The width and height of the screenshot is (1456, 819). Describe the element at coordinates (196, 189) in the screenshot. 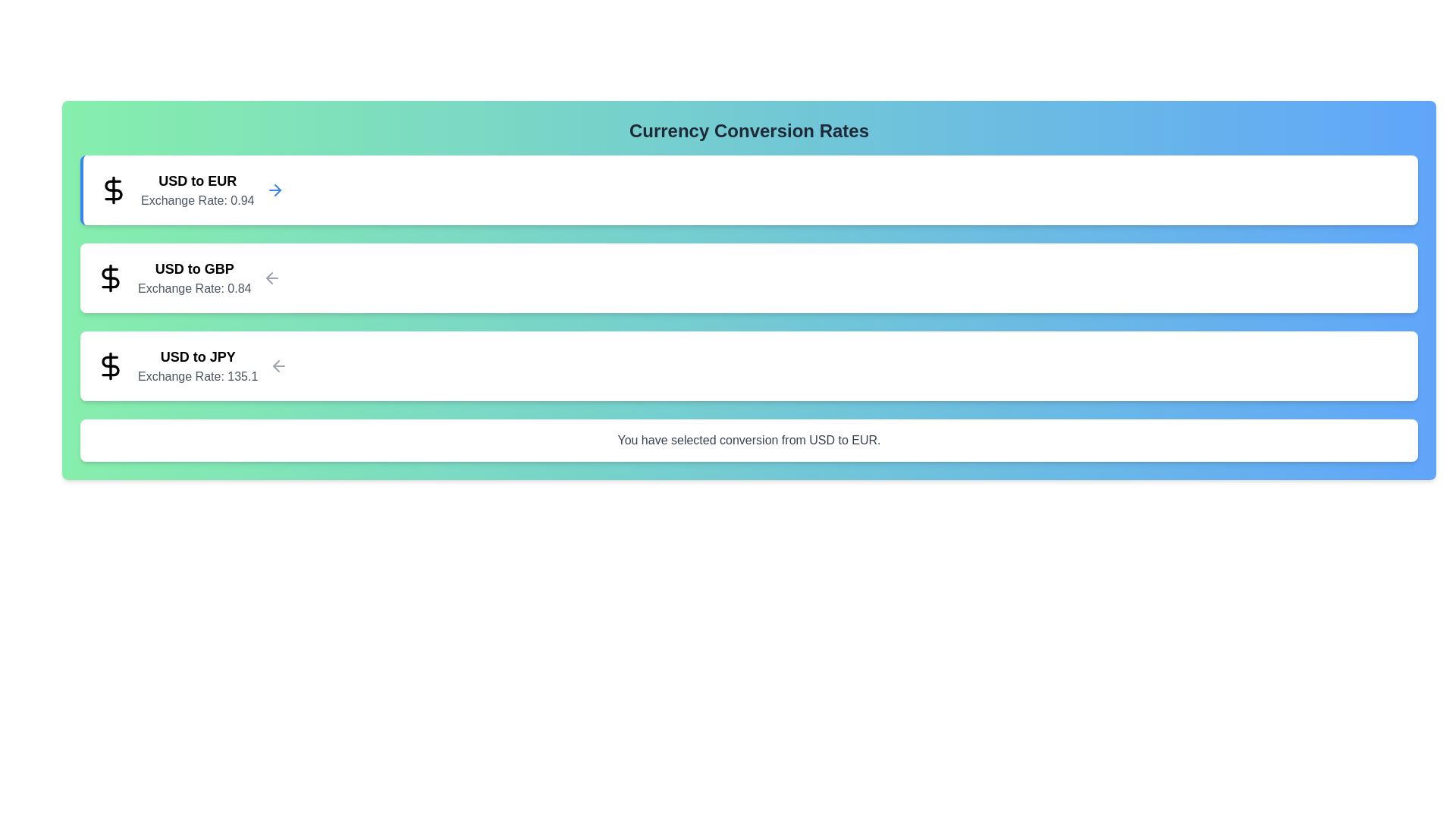

I see `the display card containing the text 'USD to EUR' and 'Exchange Rate: 0.94', which is the topmost card in a list of currency conversion options` at that location.